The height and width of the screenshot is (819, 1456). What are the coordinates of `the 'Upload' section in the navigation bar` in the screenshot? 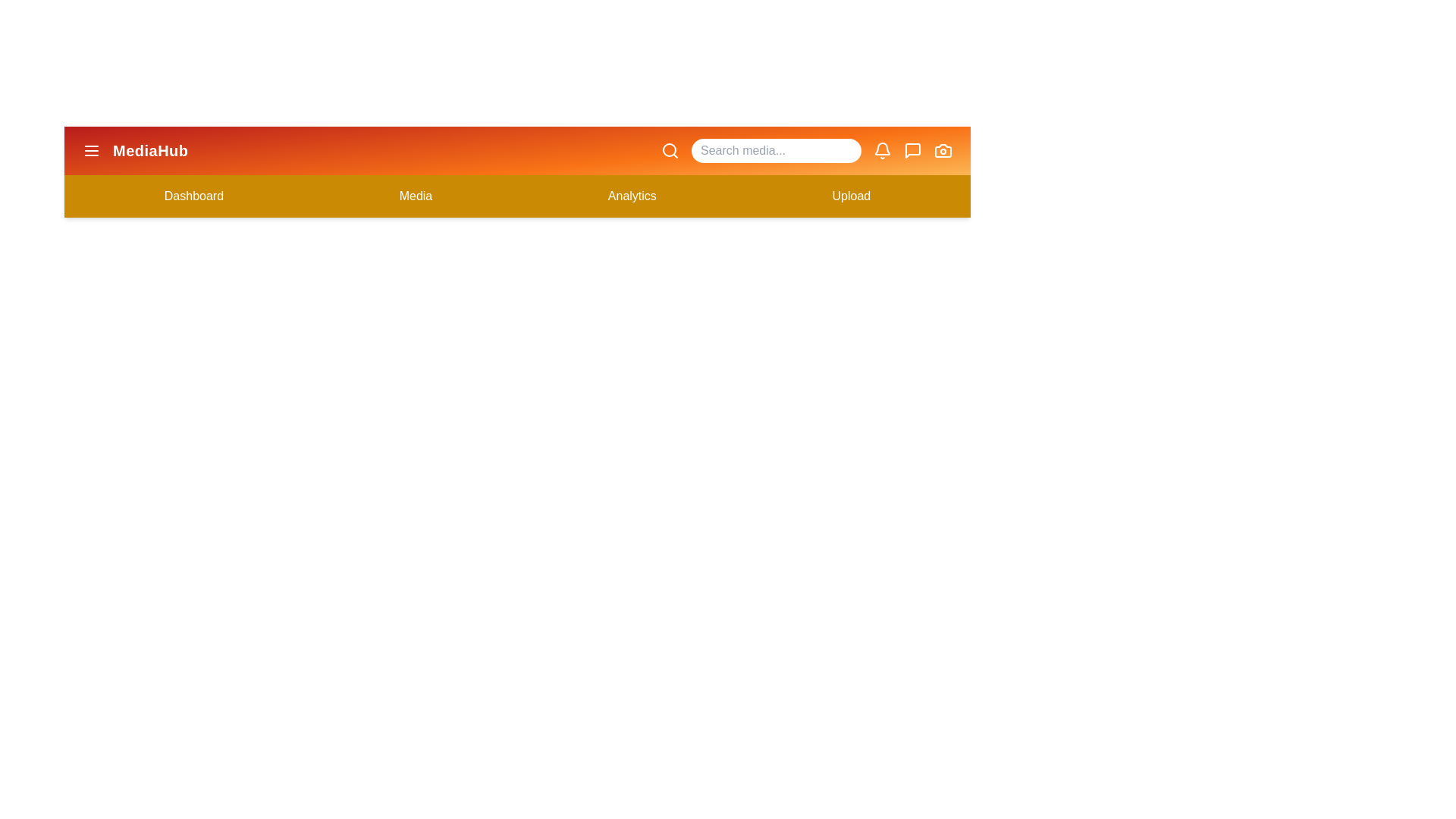 It's located at (851, 195).